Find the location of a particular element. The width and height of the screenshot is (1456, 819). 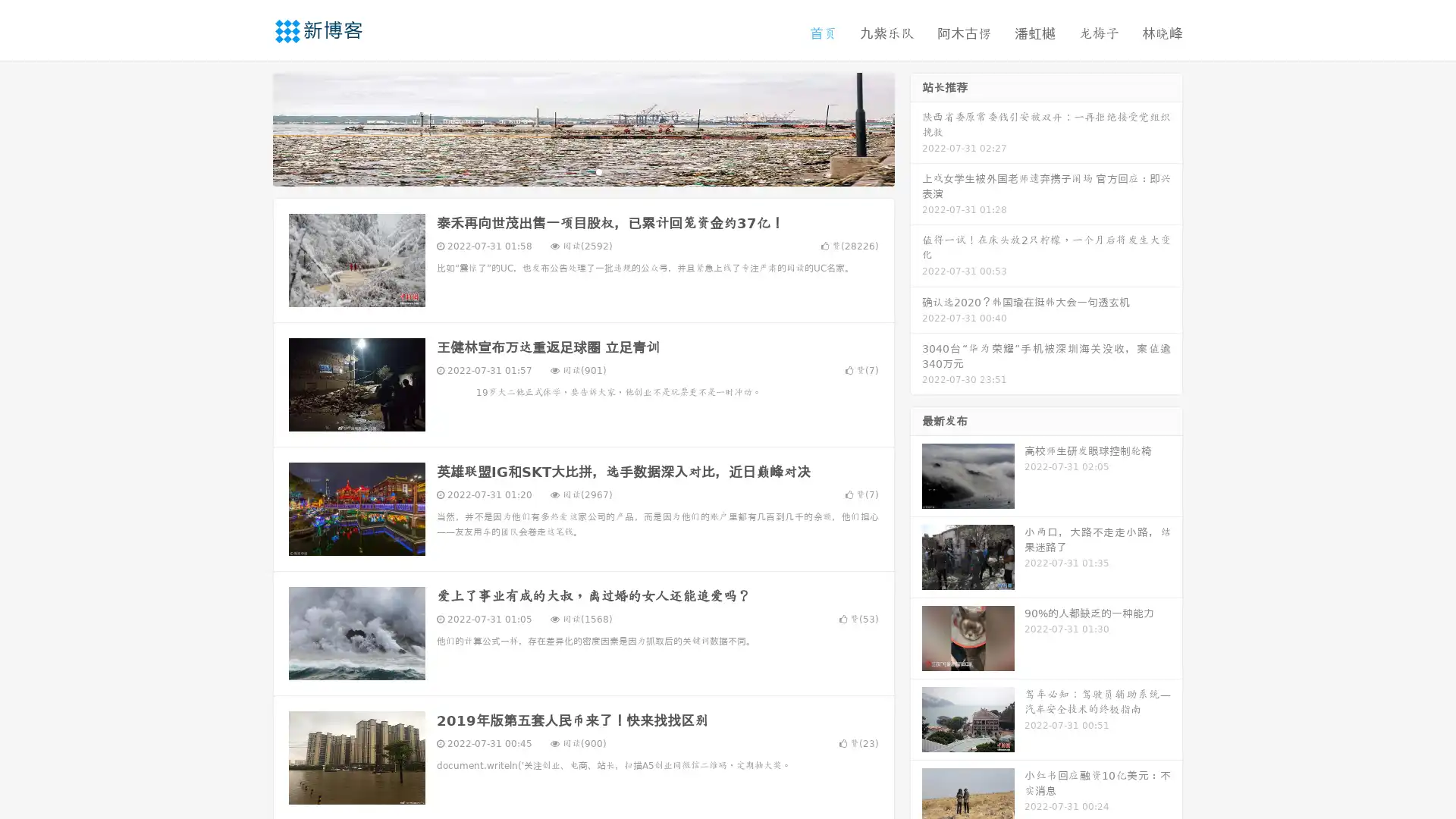

Go to slide 1 is located at coordinates (567, 171).